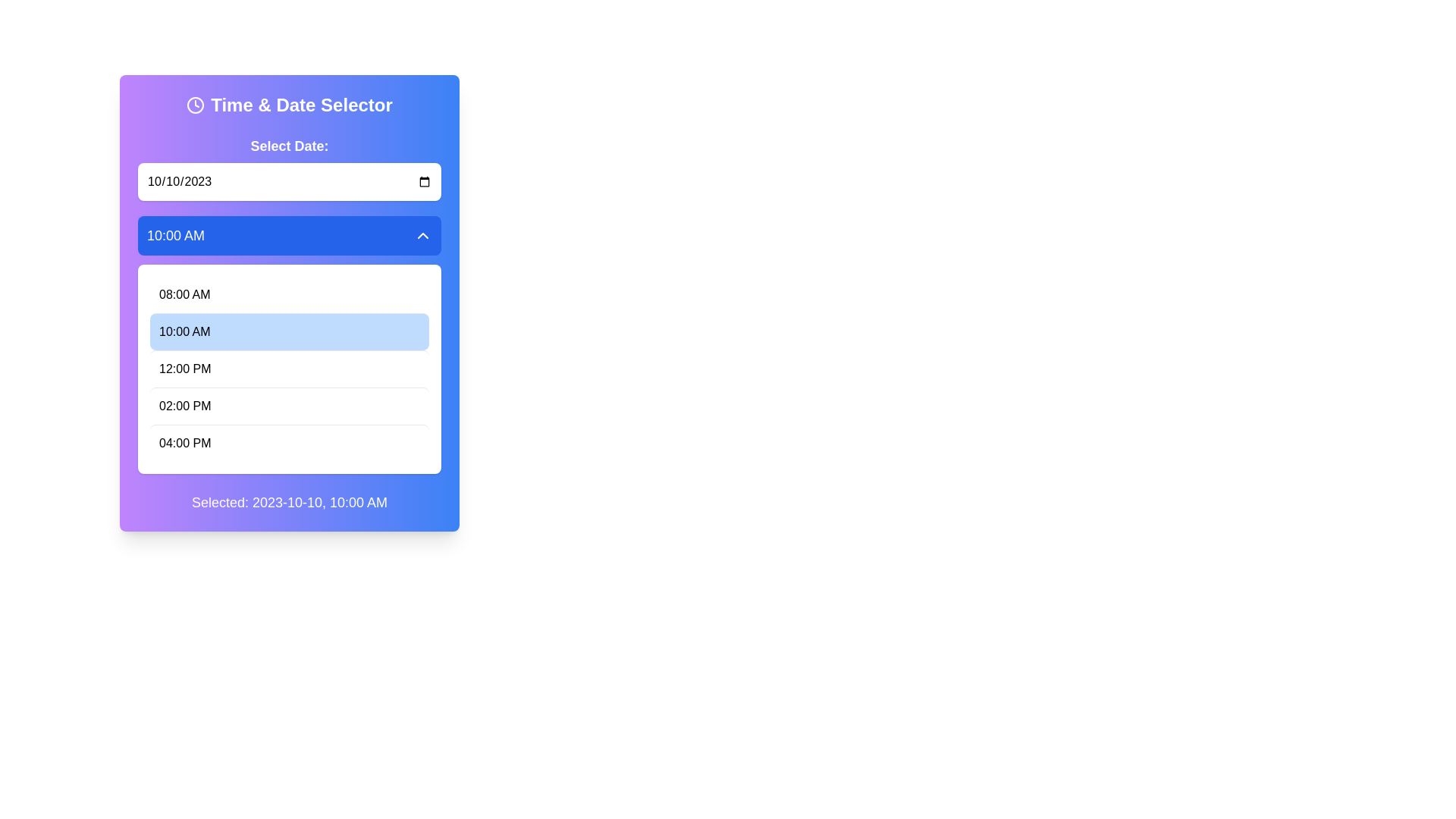 This screenshot has height=819, width=1456. Describe the element at coordinates (195, 104) in the screenshot. I see `the clock icon located at the top-left corner of the interface header, next to the 'Time & Date Selector' title` at that location.